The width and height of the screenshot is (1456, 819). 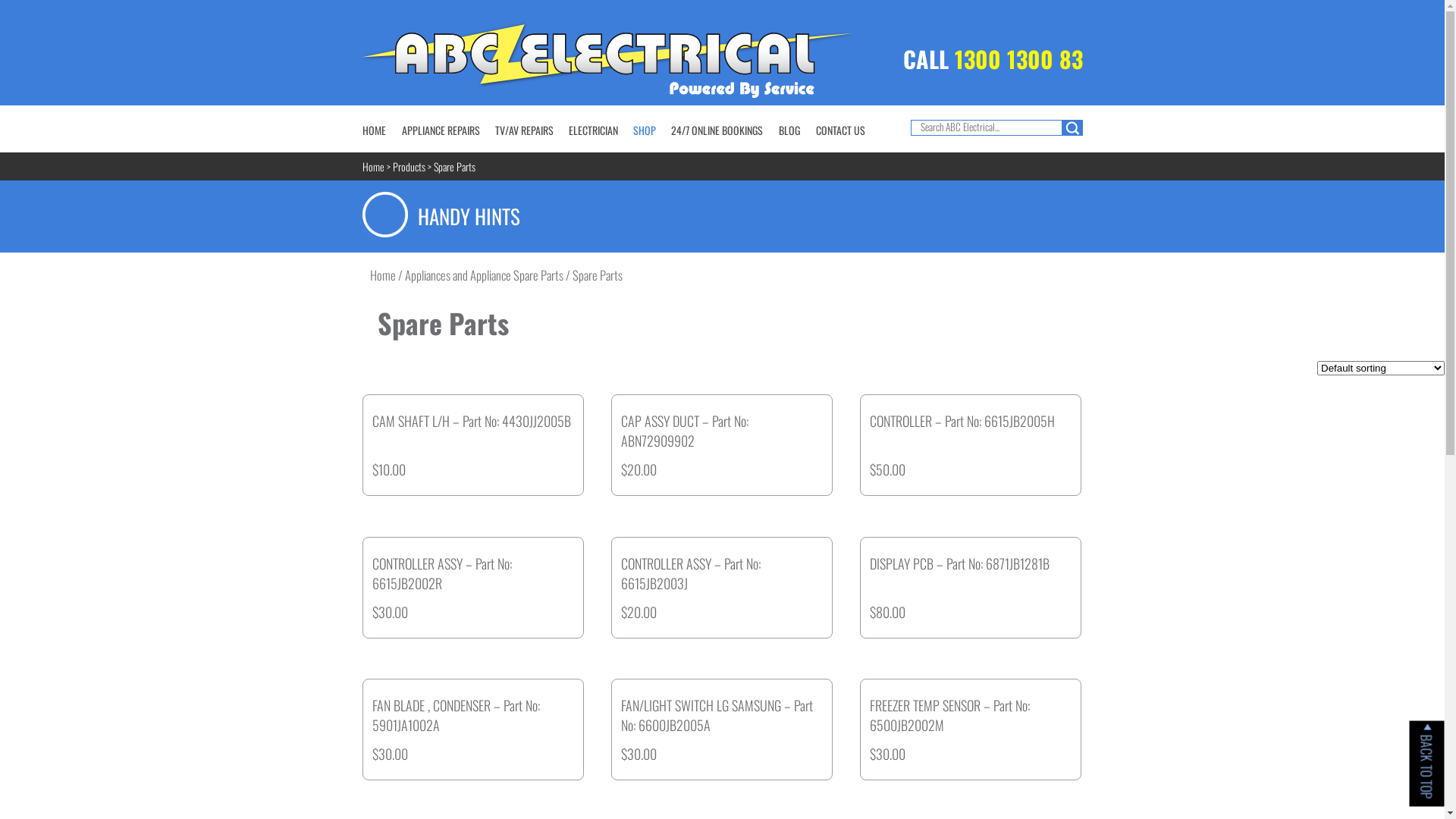 I want to click on 'Search for:', so click(x=986, y=127).